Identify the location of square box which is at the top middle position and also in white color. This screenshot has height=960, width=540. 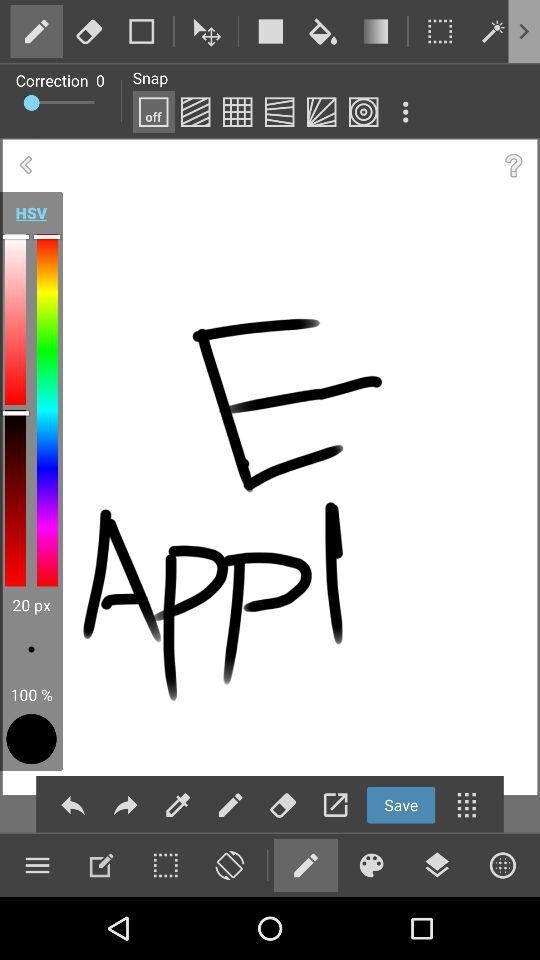
(270, 30).